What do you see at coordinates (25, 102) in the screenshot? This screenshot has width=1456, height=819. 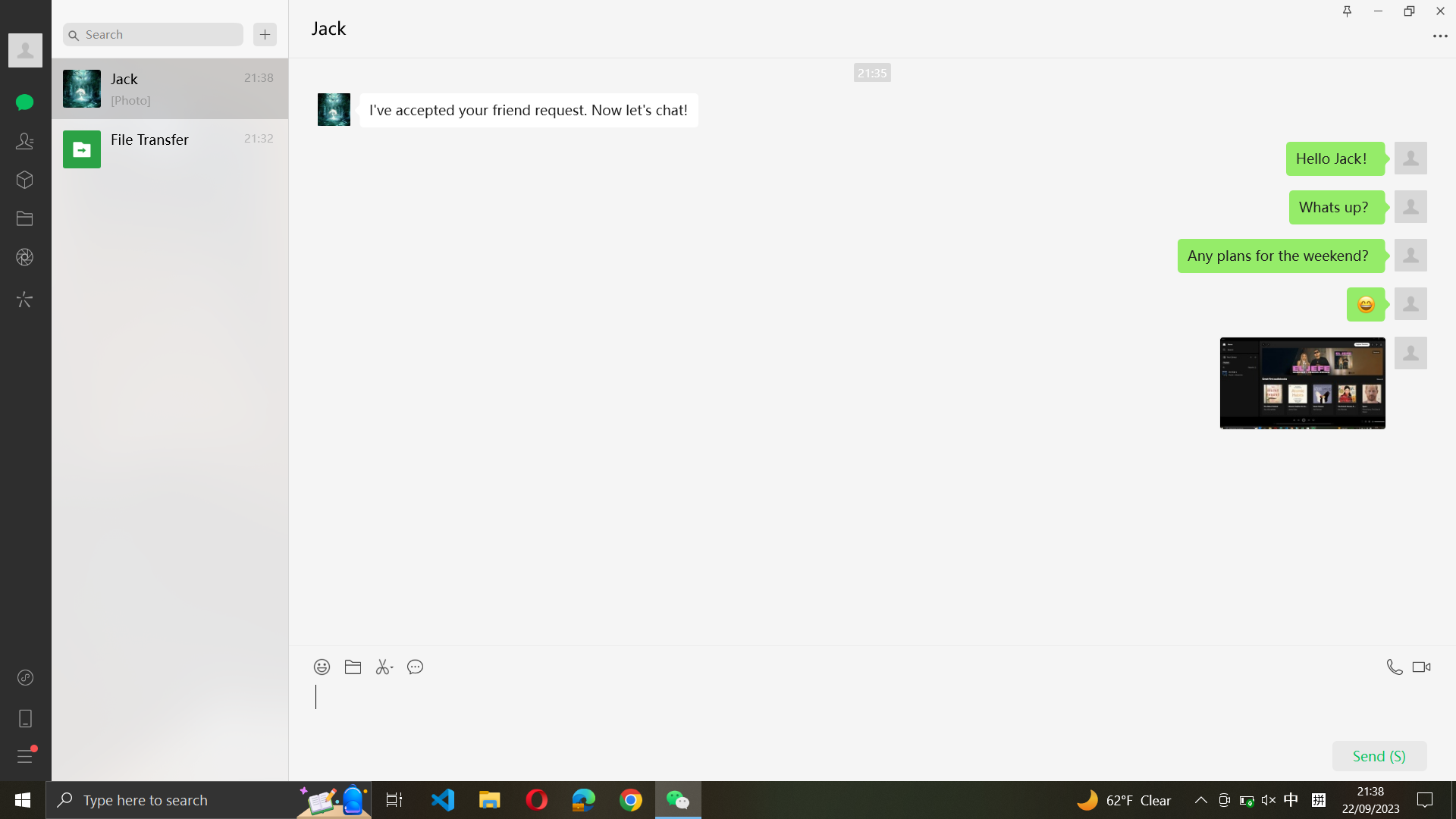 I see `the third chat in the chats tab` at bounding box center [25, 102].